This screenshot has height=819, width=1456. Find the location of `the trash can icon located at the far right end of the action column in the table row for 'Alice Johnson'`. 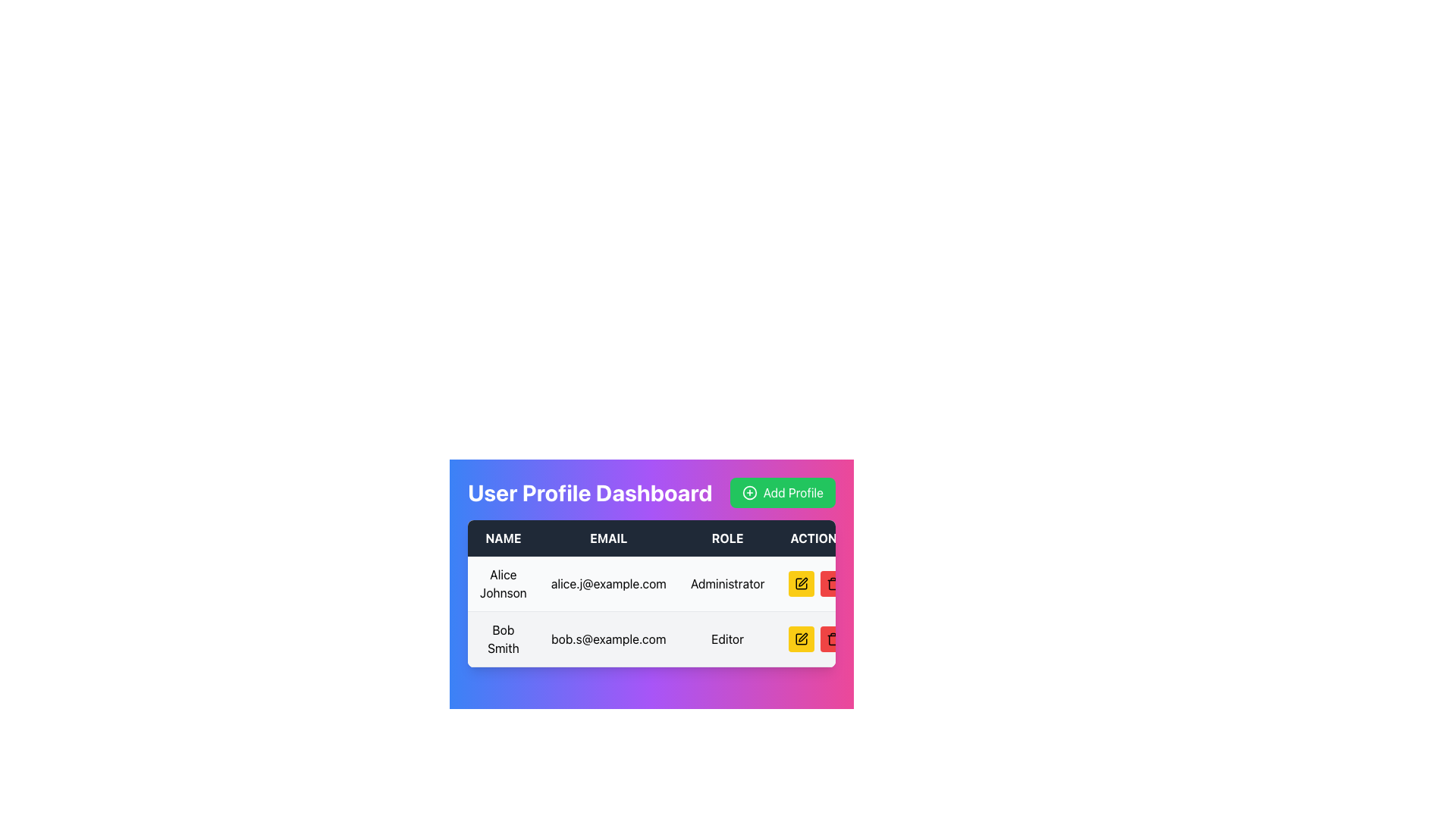

the trash can icon located at the far right end of the action column in the table row for 'Alice Johnson' is located at coordinates (833, 583).